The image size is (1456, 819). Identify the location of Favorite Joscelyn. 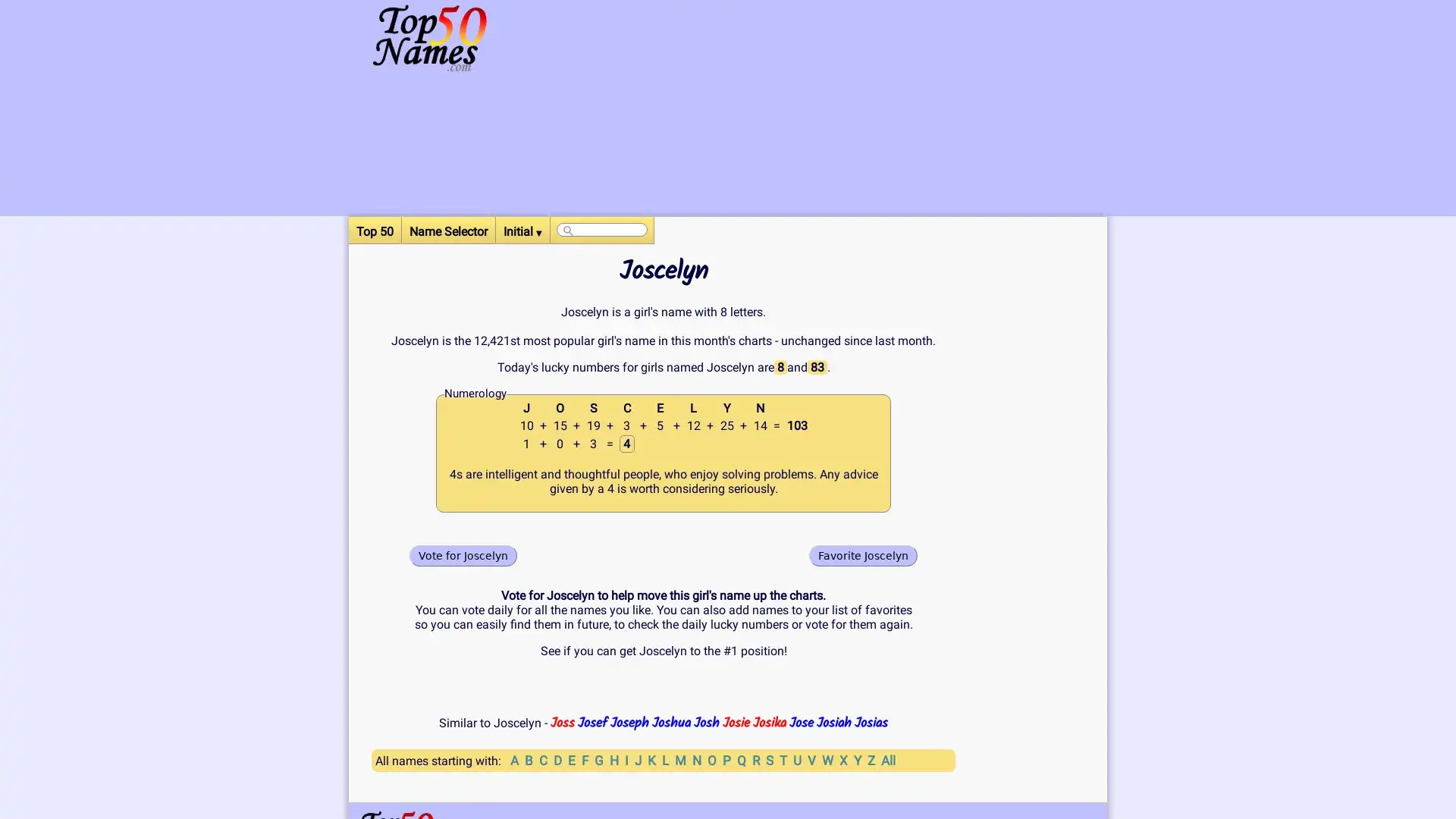
(863, 555).